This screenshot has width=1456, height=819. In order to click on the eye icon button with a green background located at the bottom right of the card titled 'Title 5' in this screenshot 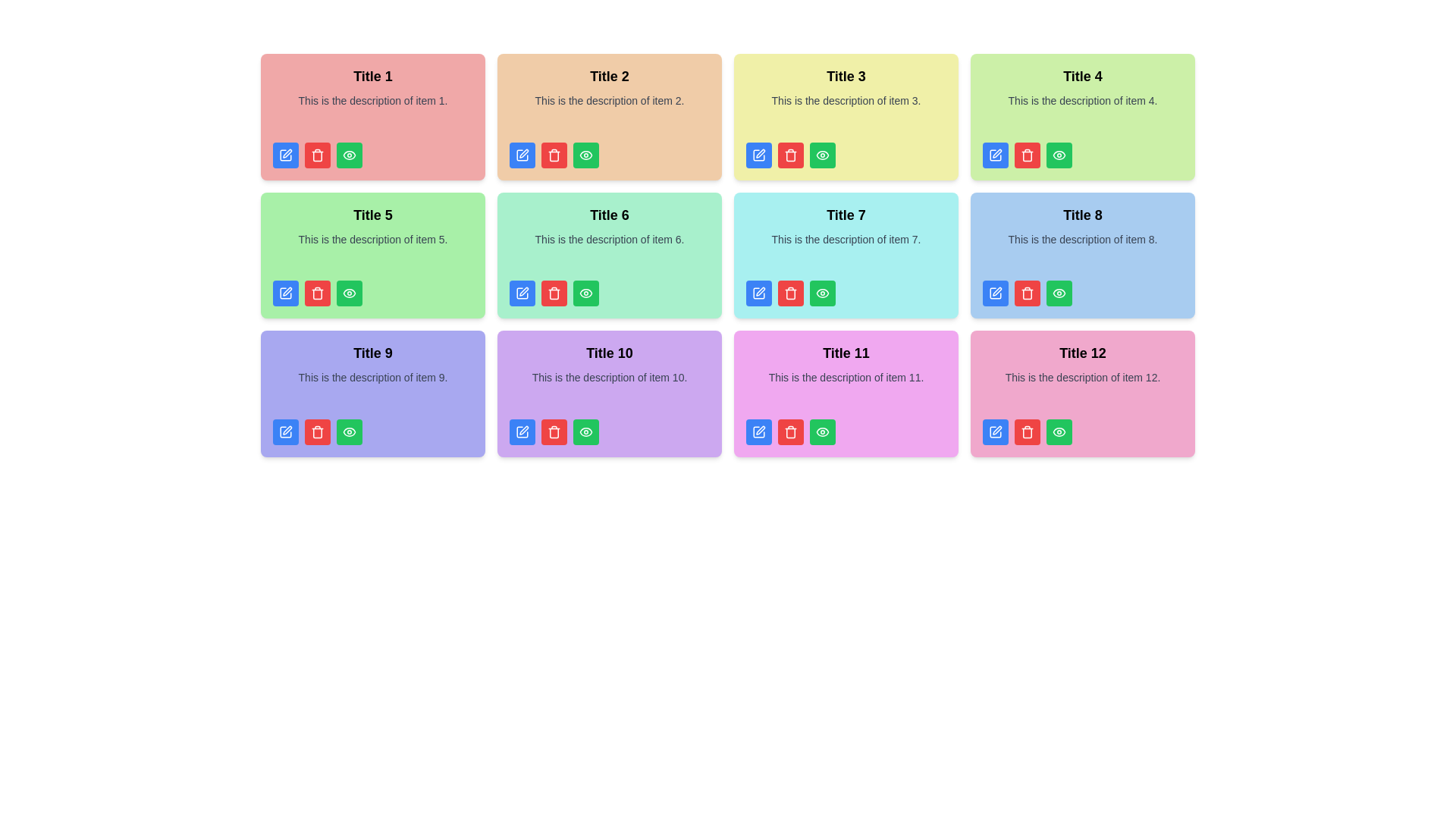, I will do `click(348, 155)`.